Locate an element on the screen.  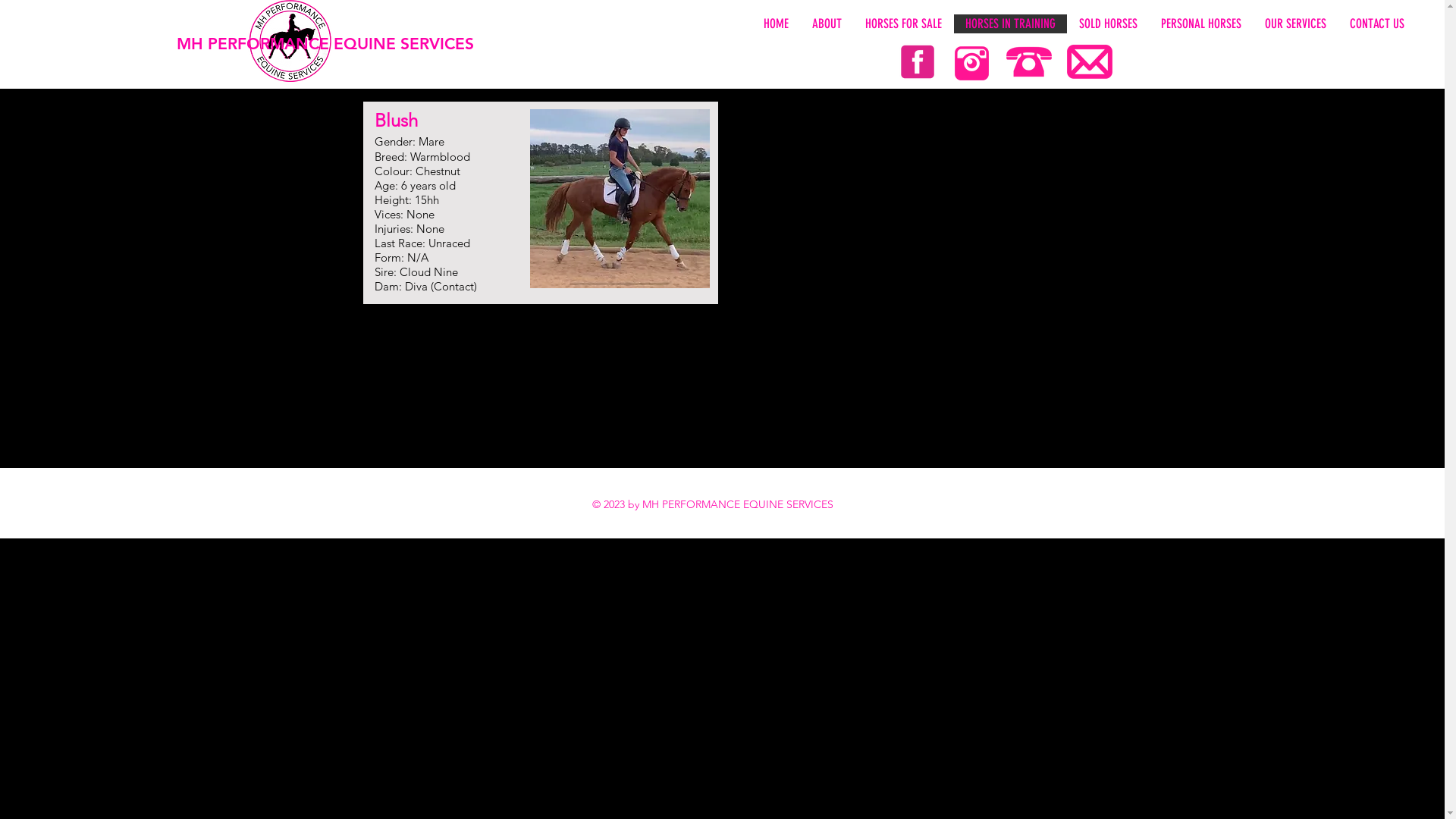
'SOLD HORSES' is located at coordinates (1107, 24).